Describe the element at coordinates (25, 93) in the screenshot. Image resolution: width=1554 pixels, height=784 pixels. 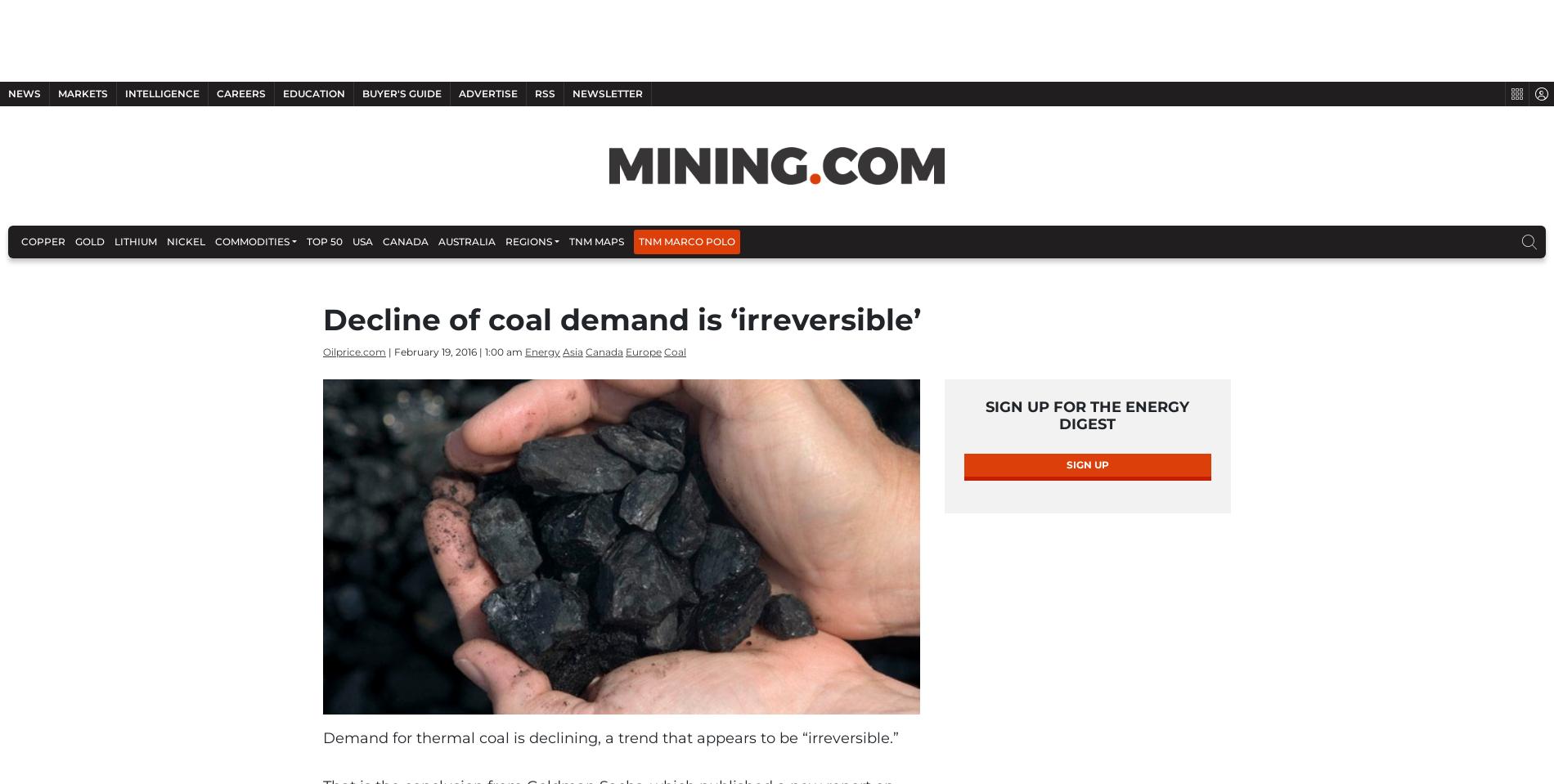
I see `'News'` at that location.